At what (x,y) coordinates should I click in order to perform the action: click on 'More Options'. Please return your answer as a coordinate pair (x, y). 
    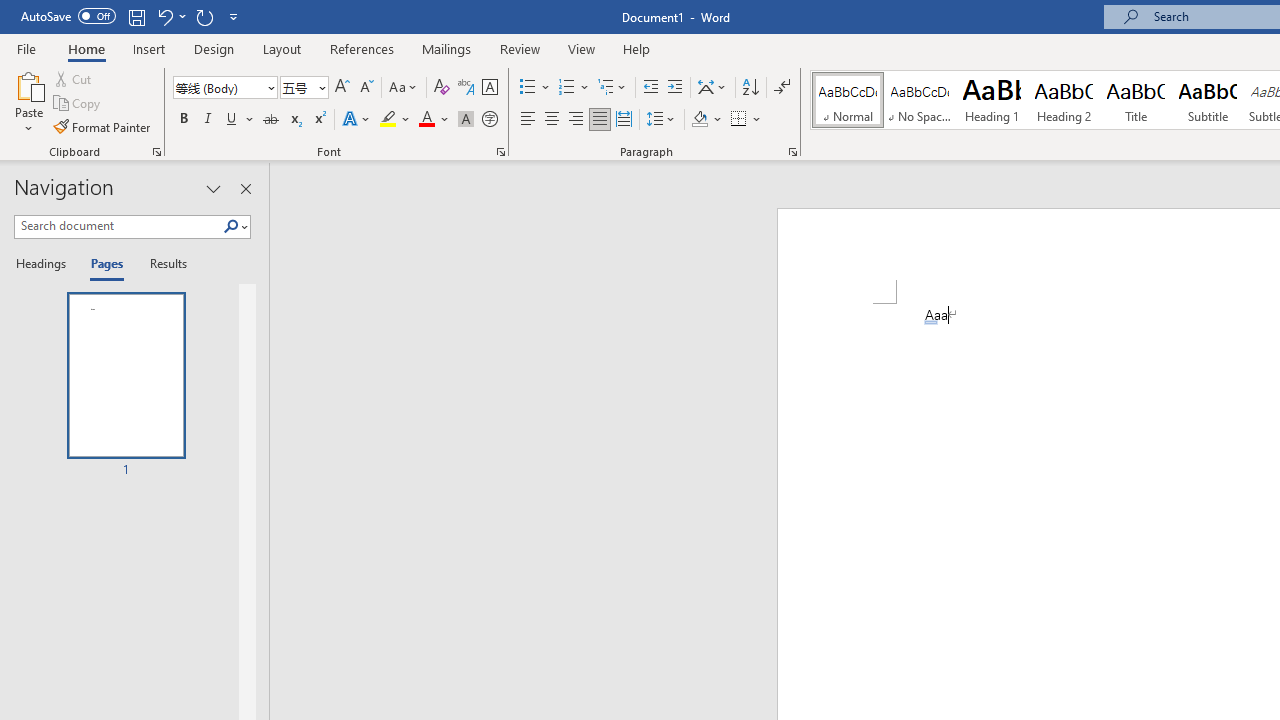
    Looking at the image, I should click on (756, 119).